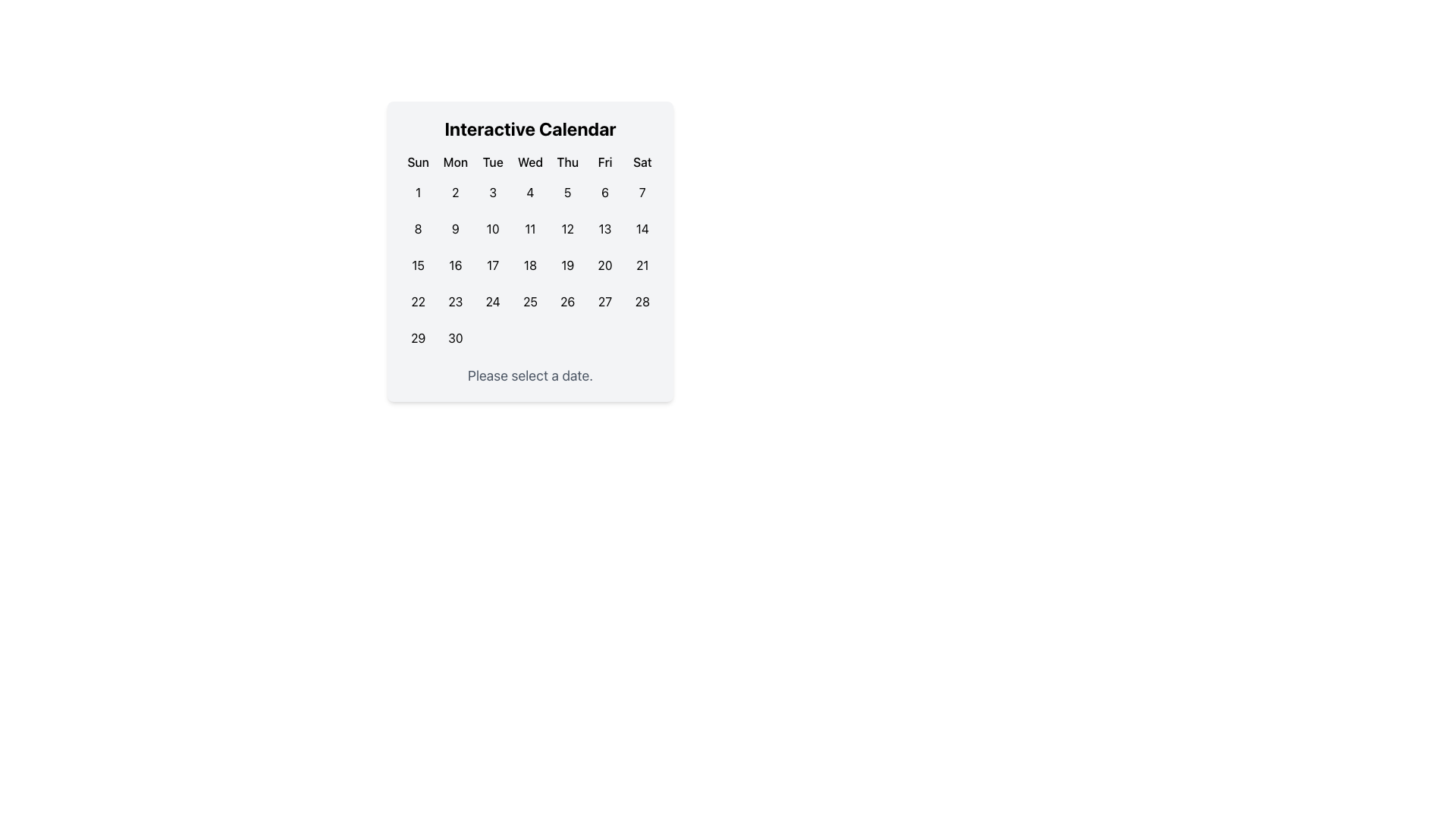 Image resolution: width=1456 pixels, height=819 pixels. What do you see at coordinates (530, 228) in the screenshot?
I see `the calendar day button representing the date '11' located in the fourth column, third row of the calendar grid` at bounding box center [530, 228].